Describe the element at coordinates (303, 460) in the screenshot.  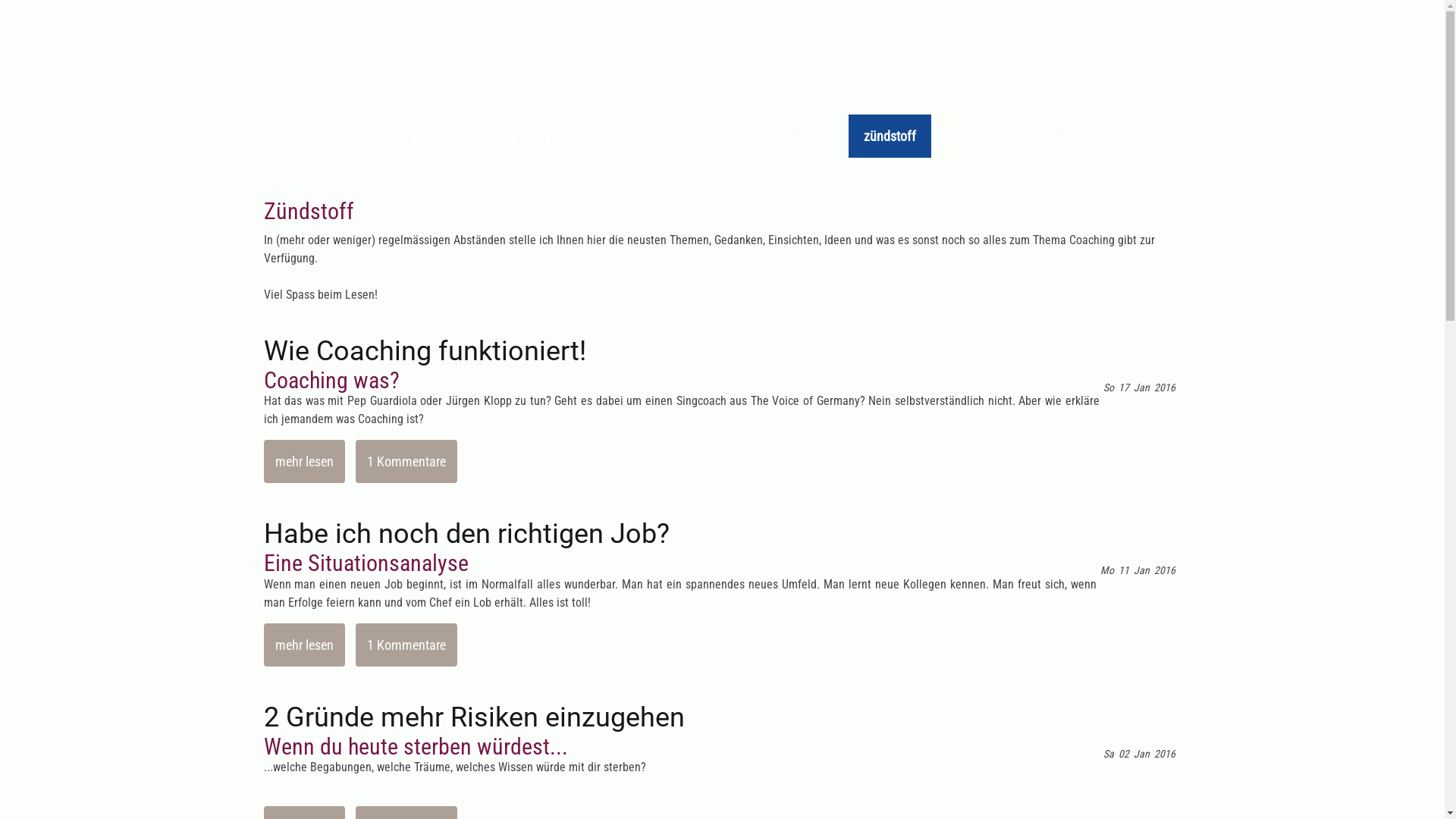
I see `'mehr lesen'` at that location.